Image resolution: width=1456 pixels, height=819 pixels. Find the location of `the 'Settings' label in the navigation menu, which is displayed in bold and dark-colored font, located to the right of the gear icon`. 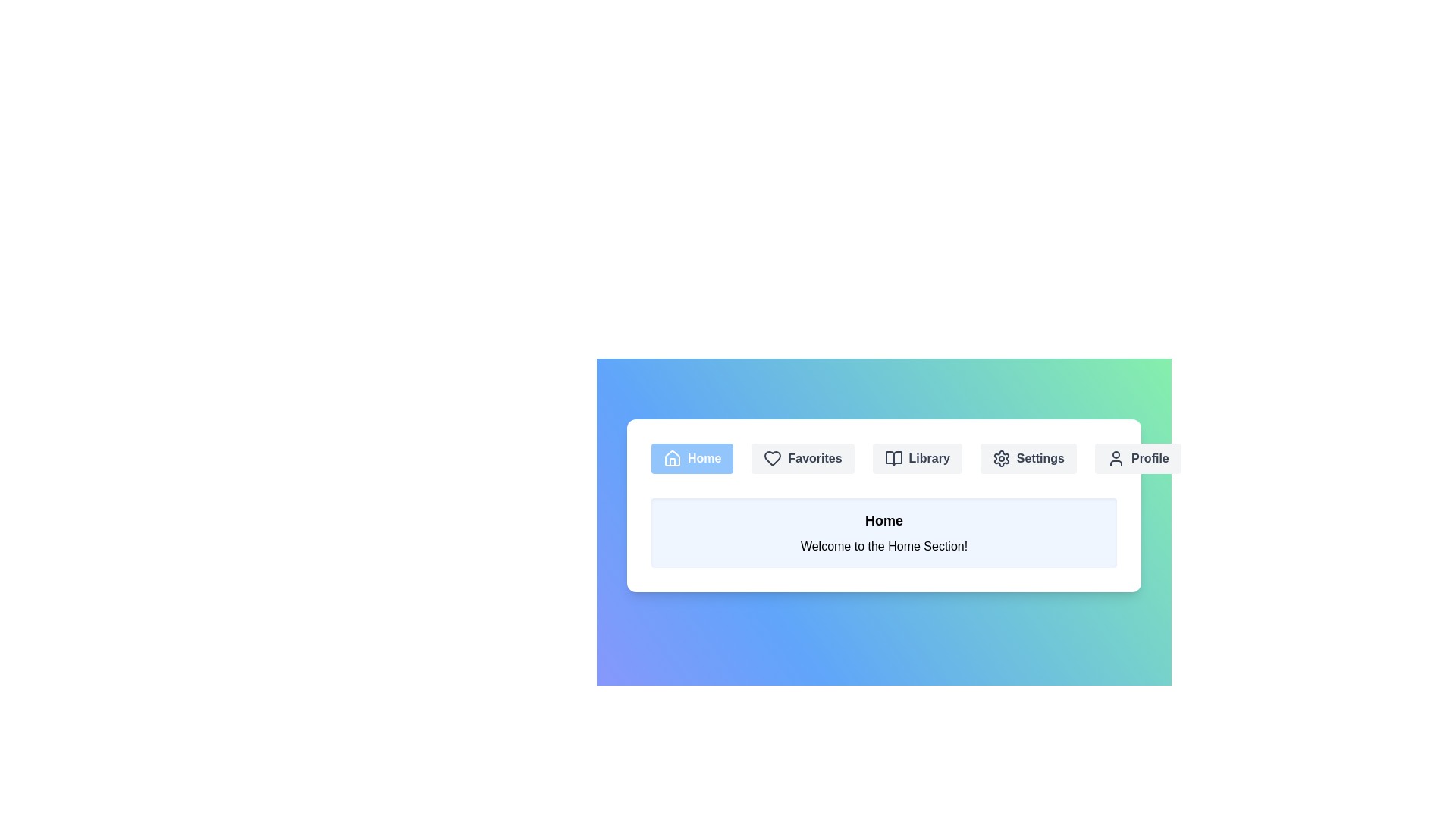

the 'Settings' label in the navigation menu, which is displayed in bold and dark-colored font, located to the right of the gear icon is located at coordinates (1040, 458).